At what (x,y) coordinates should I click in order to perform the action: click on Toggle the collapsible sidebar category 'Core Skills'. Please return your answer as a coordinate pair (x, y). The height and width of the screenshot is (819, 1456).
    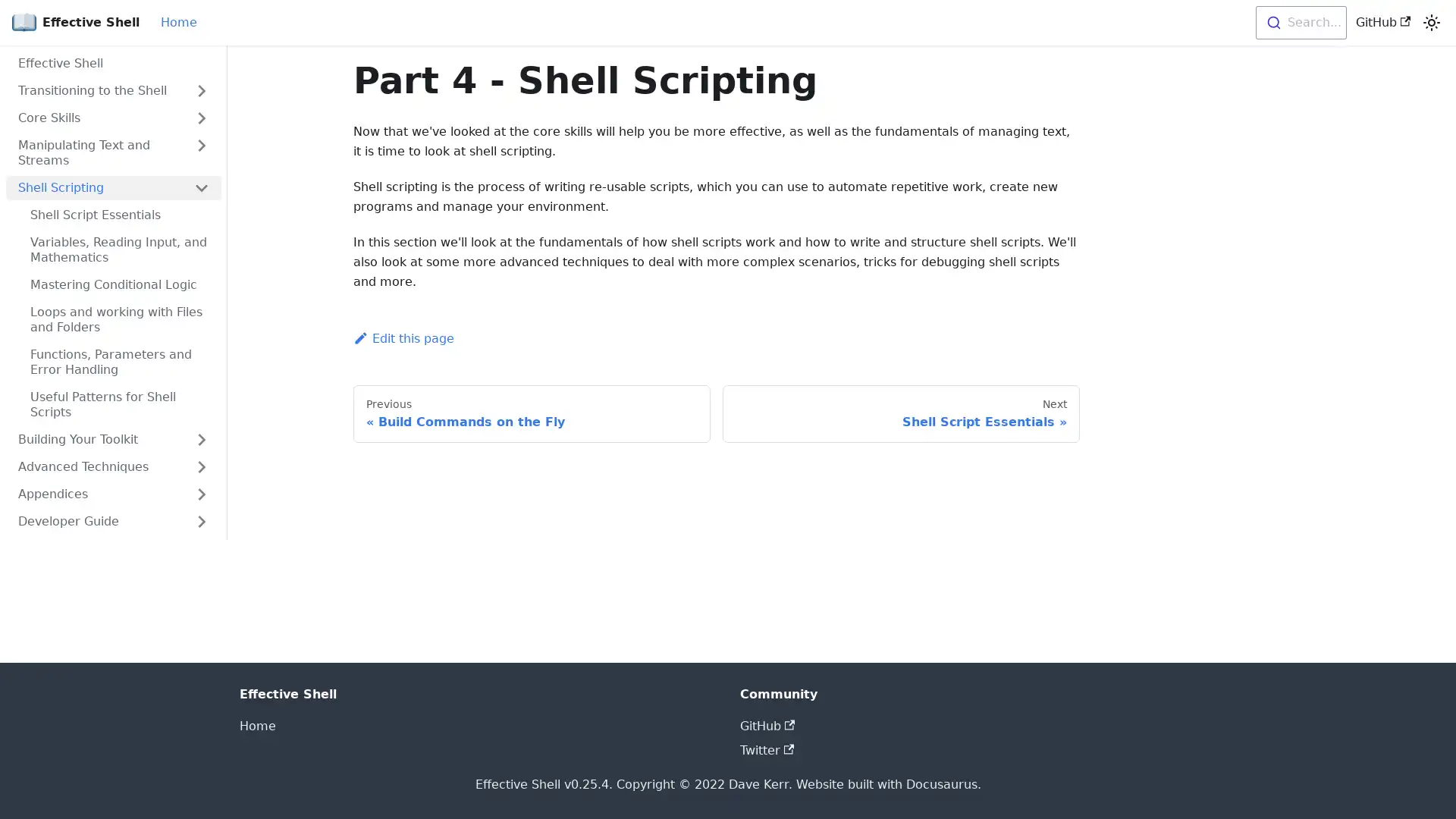
    Looking at the image, I should click on (200, 117).